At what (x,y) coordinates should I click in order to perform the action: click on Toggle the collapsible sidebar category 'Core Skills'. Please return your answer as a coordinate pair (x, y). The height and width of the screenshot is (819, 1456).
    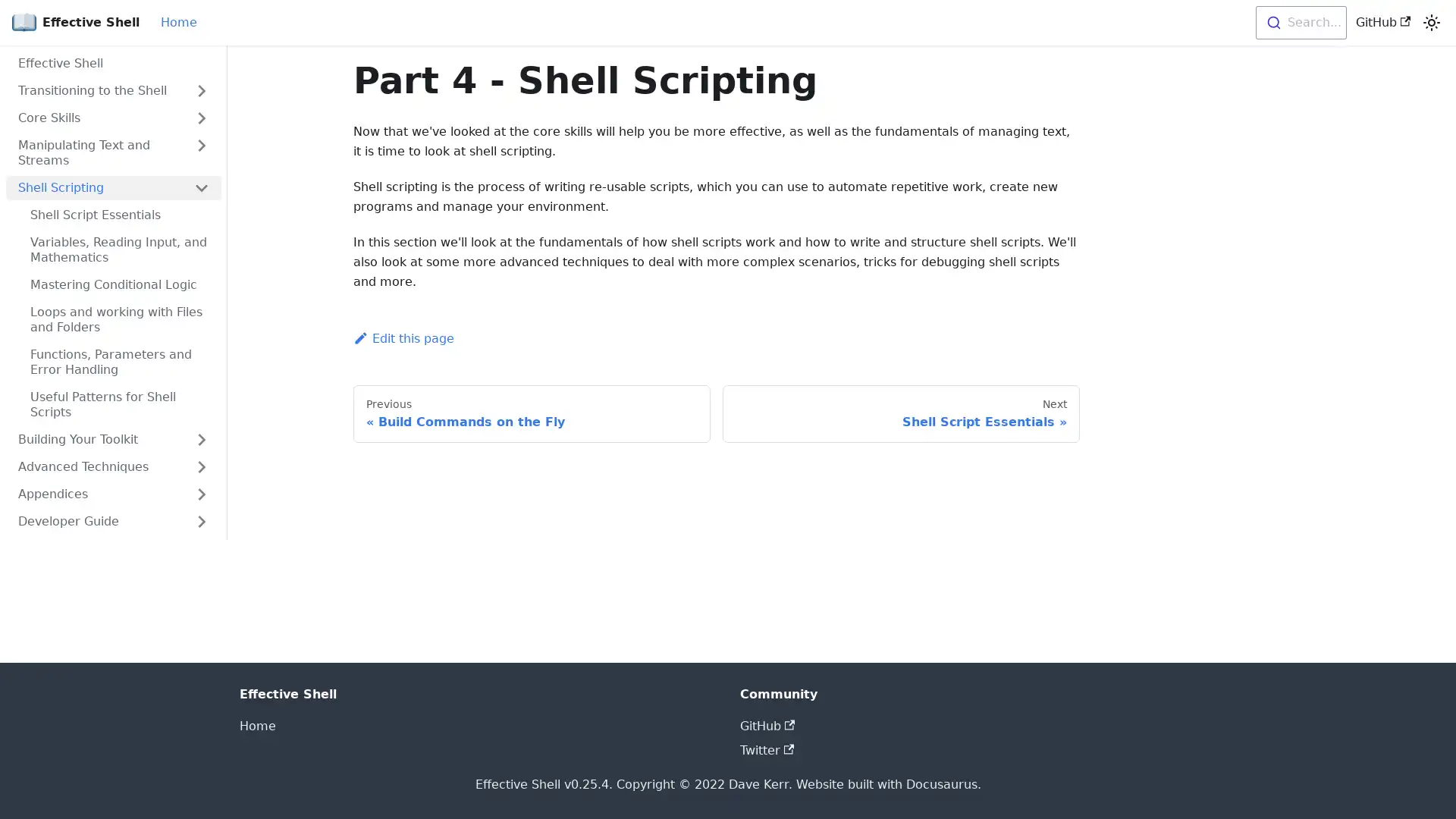
    Looking at the image, I should click on (200, 117).